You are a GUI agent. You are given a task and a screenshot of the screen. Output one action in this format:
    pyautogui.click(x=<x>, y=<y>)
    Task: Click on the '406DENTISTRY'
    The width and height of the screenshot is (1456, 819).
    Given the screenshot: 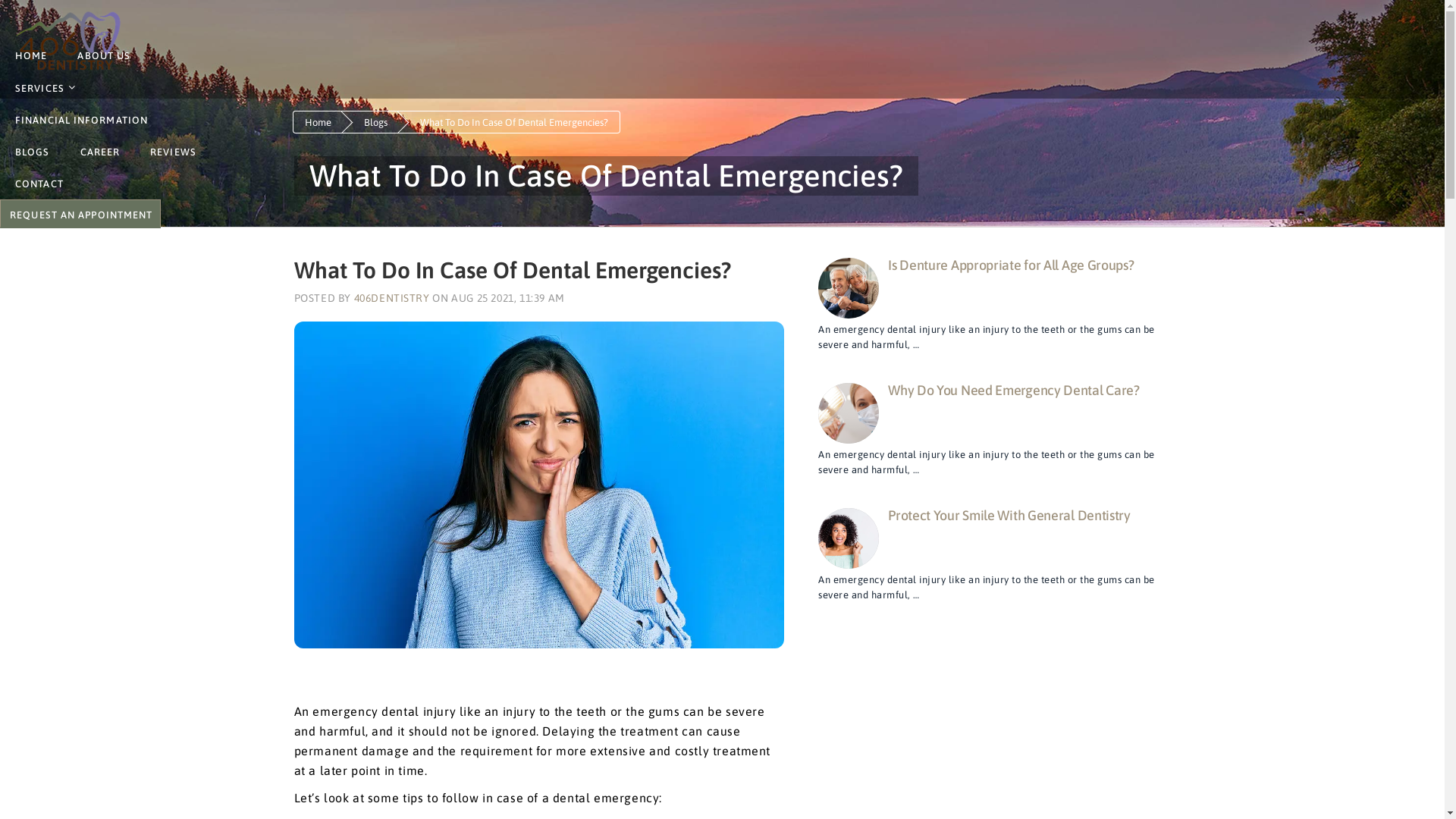 What is the action you would take?
    pyautogui.click(x=391, y=298)
    